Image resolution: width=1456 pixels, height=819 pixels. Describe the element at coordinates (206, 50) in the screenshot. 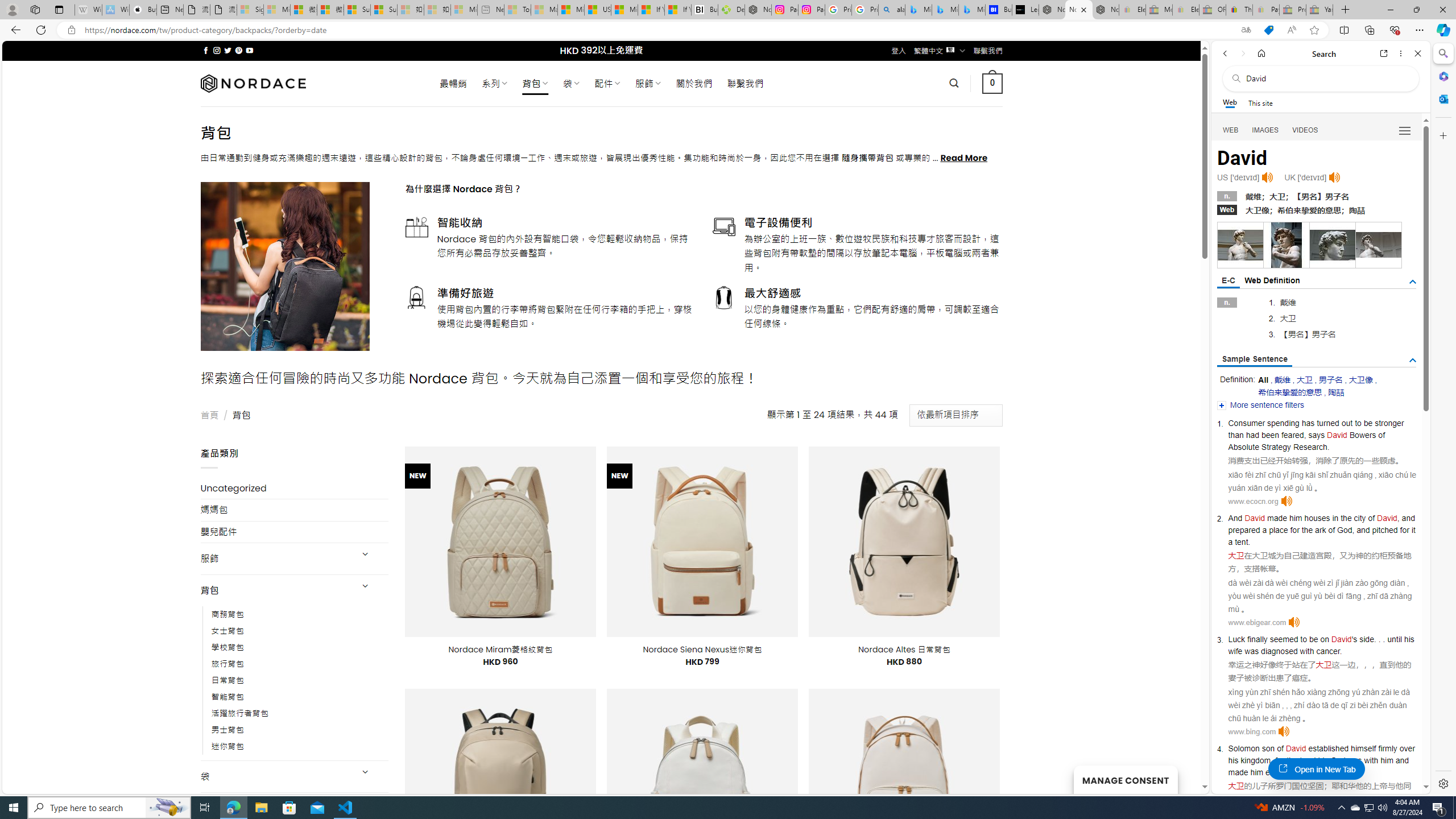

I see `'Follow on Facebook'` at that location.